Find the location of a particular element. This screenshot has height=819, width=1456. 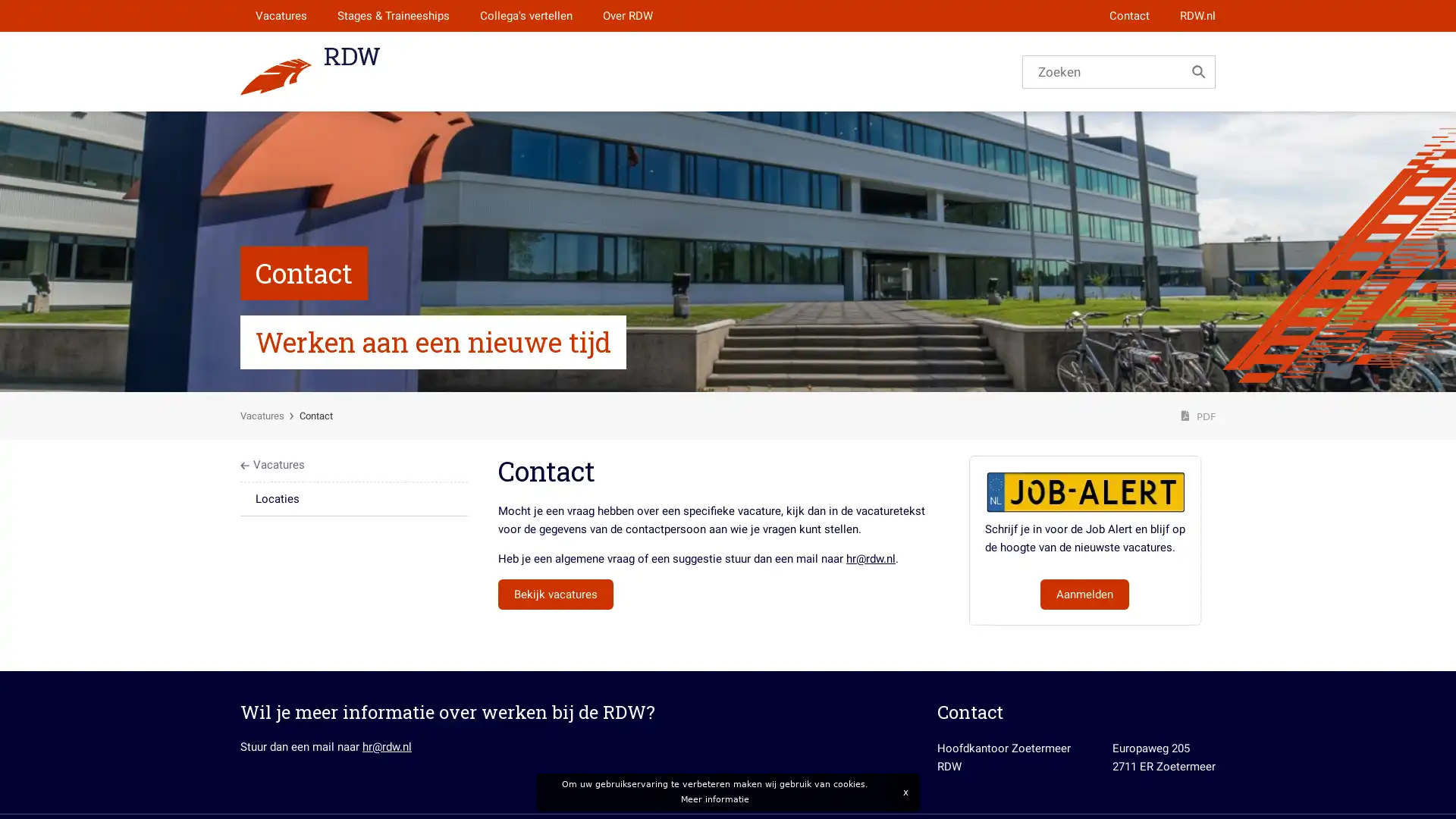

PDF is located at coordinates (1197, 416).